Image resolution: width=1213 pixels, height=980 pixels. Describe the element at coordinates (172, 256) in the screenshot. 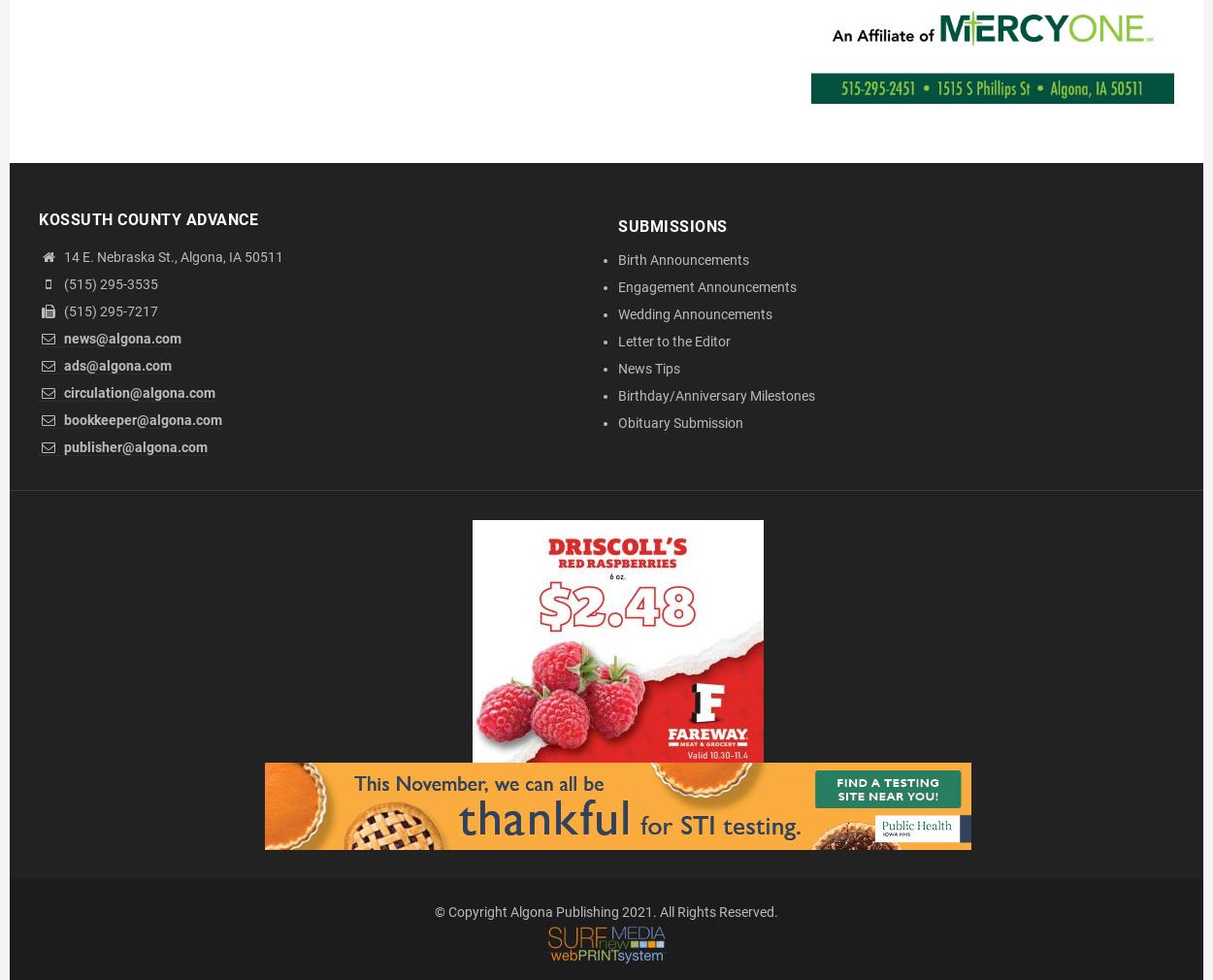

I see `'14 E. Nebraska St., Algona, IA 50511'` at that location.